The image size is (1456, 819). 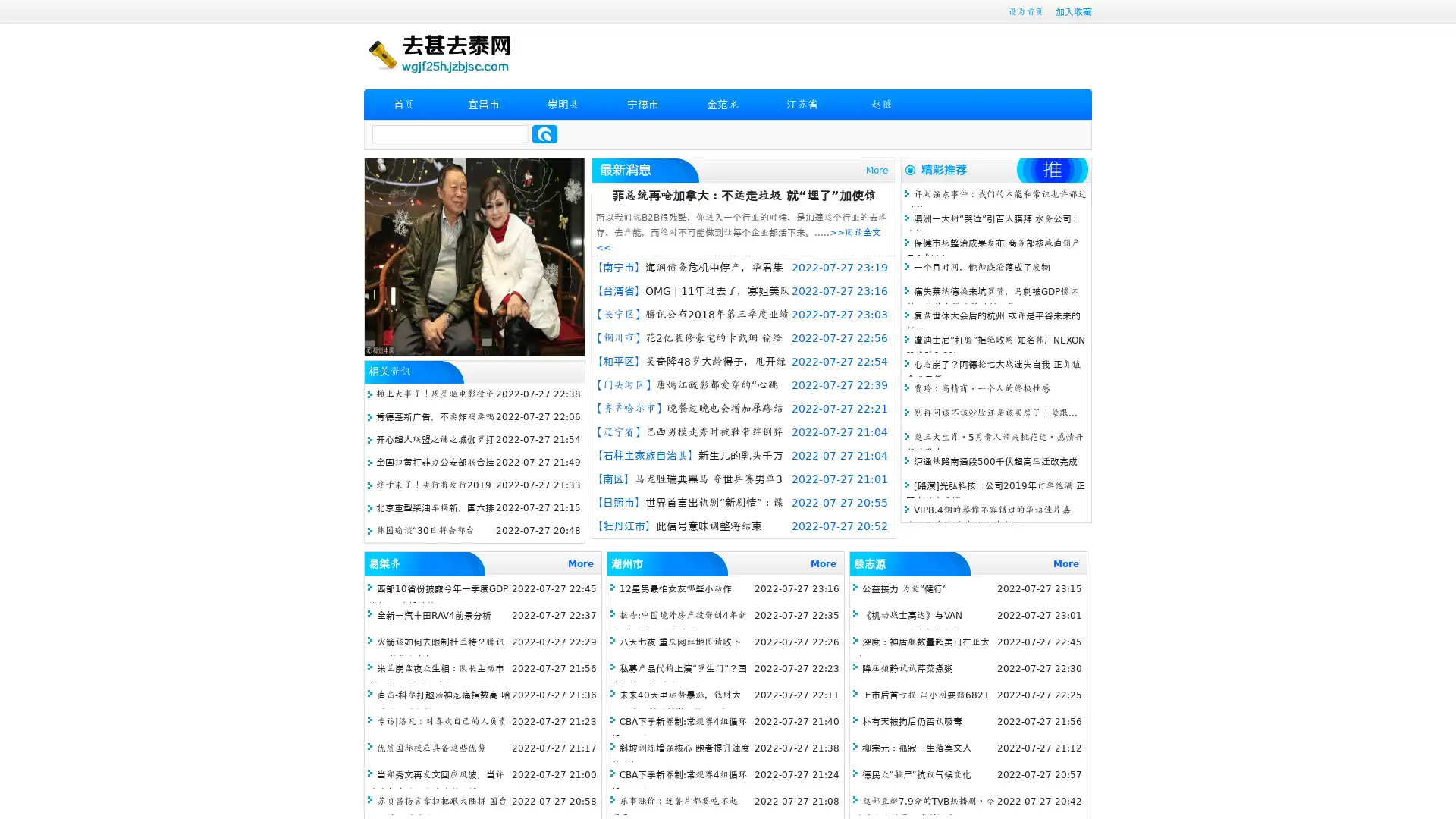 What do you see at coordinates (544, 133) in the screenshot?
I see `Search` at bounding box center [544, 133].